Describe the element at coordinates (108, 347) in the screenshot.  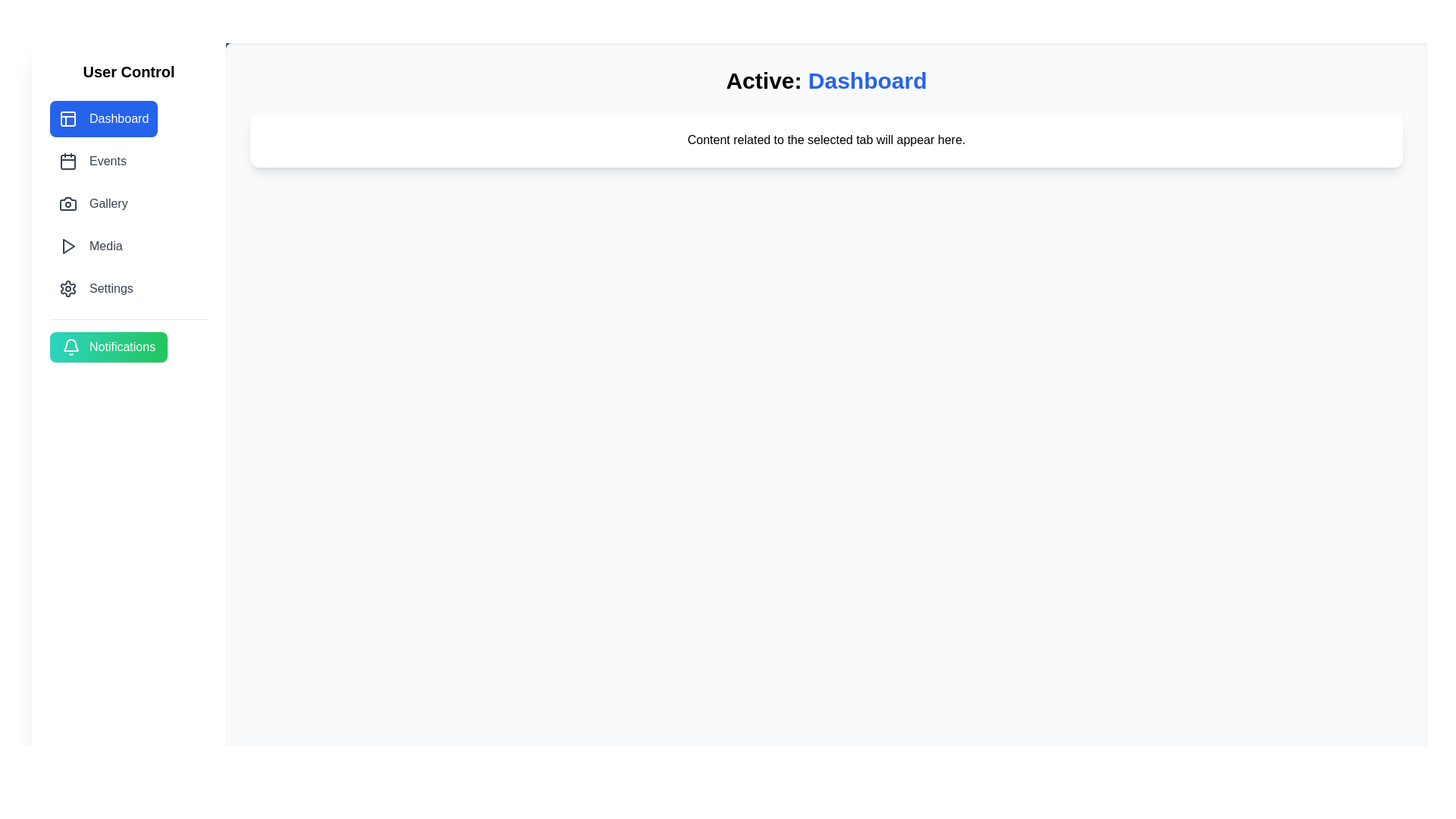
I see `the Notifications button to access notifications` at that location.